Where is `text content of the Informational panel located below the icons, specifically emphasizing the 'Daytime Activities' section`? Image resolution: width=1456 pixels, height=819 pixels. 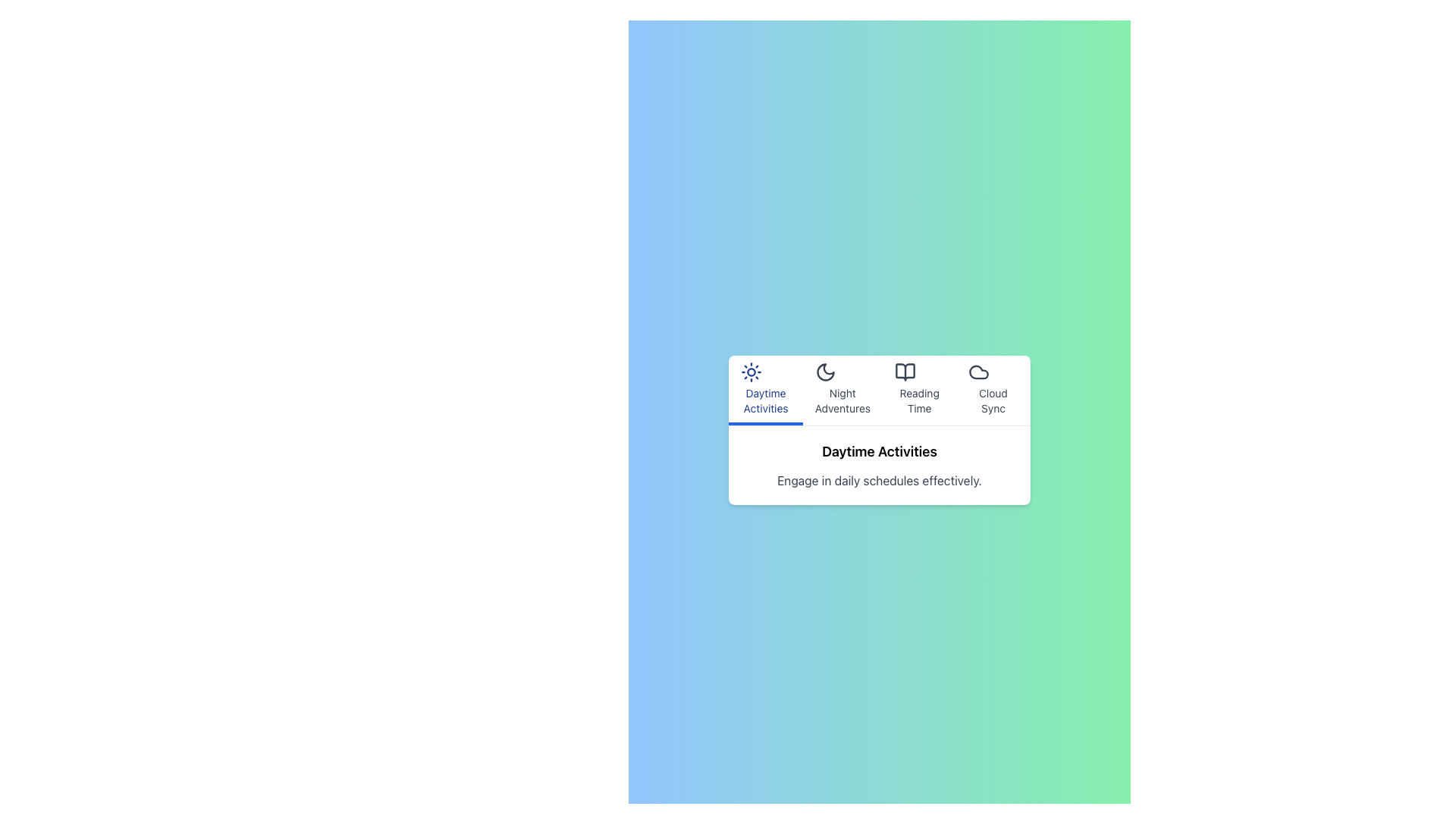 text content of the Informational panel located below the icons, specifically emphasizing the 'Daytime Activities' section is located at coordinates (880, 464).